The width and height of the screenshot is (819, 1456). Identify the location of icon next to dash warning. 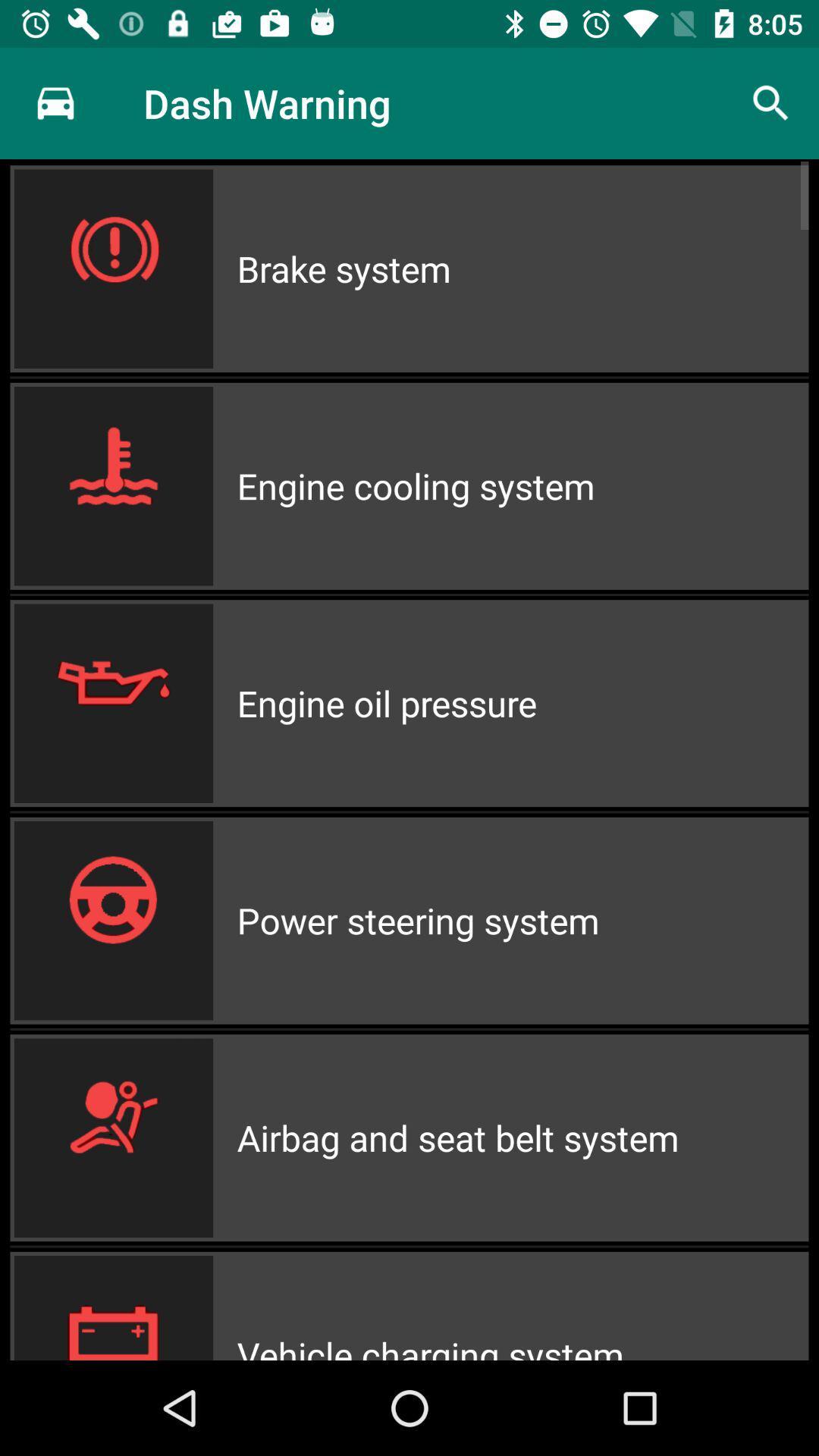
(55, 102).